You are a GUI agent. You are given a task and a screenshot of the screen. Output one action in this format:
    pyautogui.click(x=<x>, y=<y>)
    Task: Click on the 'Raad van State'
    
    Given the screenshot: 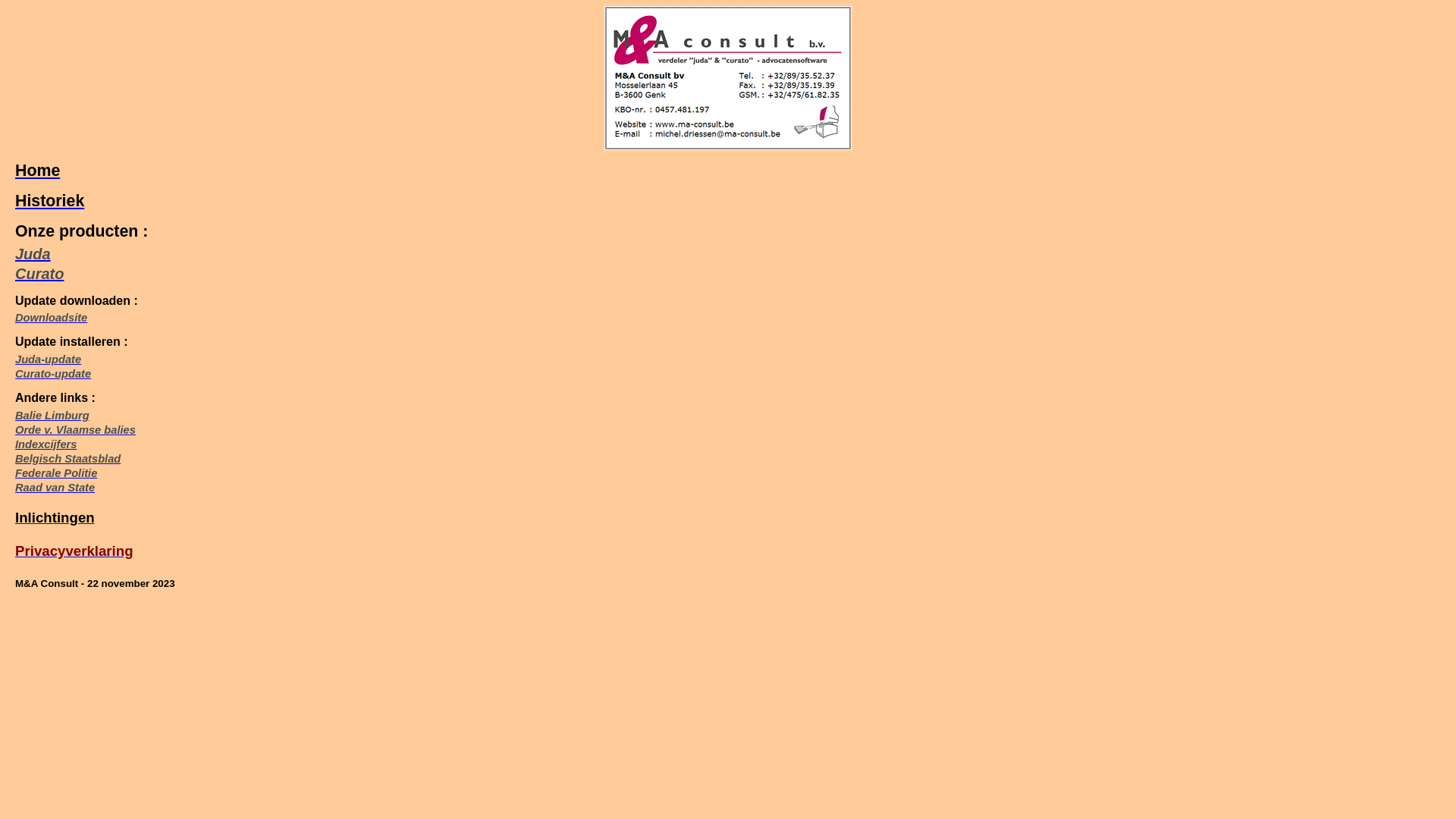 What is the action you would take?
    pyautogui.click(x=55, y=488)
    